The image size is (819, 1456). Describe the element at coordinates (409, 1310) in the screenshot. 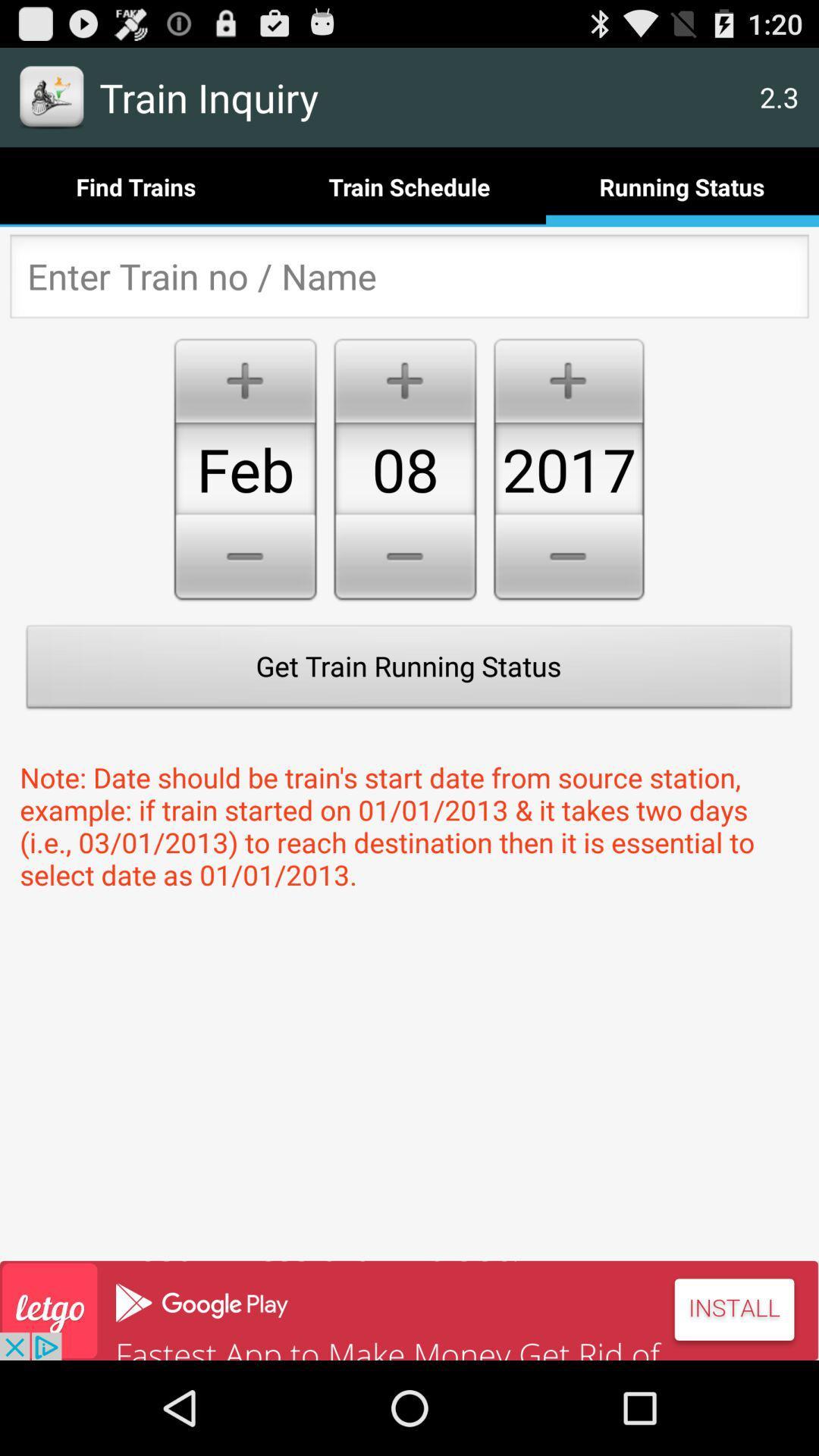

I see `advertisement` at that location.